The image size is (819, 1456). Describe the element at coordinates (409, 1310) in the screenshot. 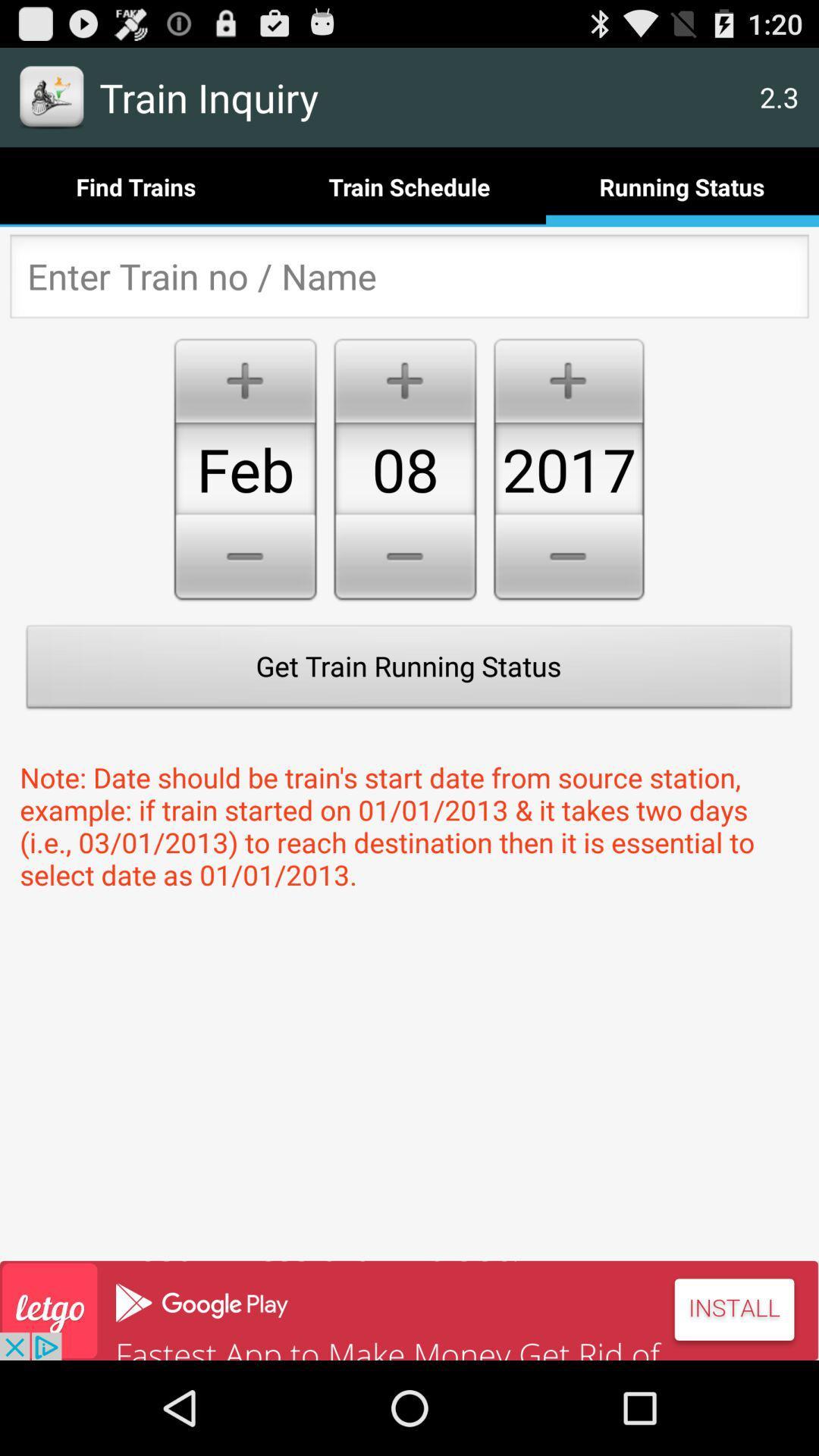

I see `advertisement` at that location.